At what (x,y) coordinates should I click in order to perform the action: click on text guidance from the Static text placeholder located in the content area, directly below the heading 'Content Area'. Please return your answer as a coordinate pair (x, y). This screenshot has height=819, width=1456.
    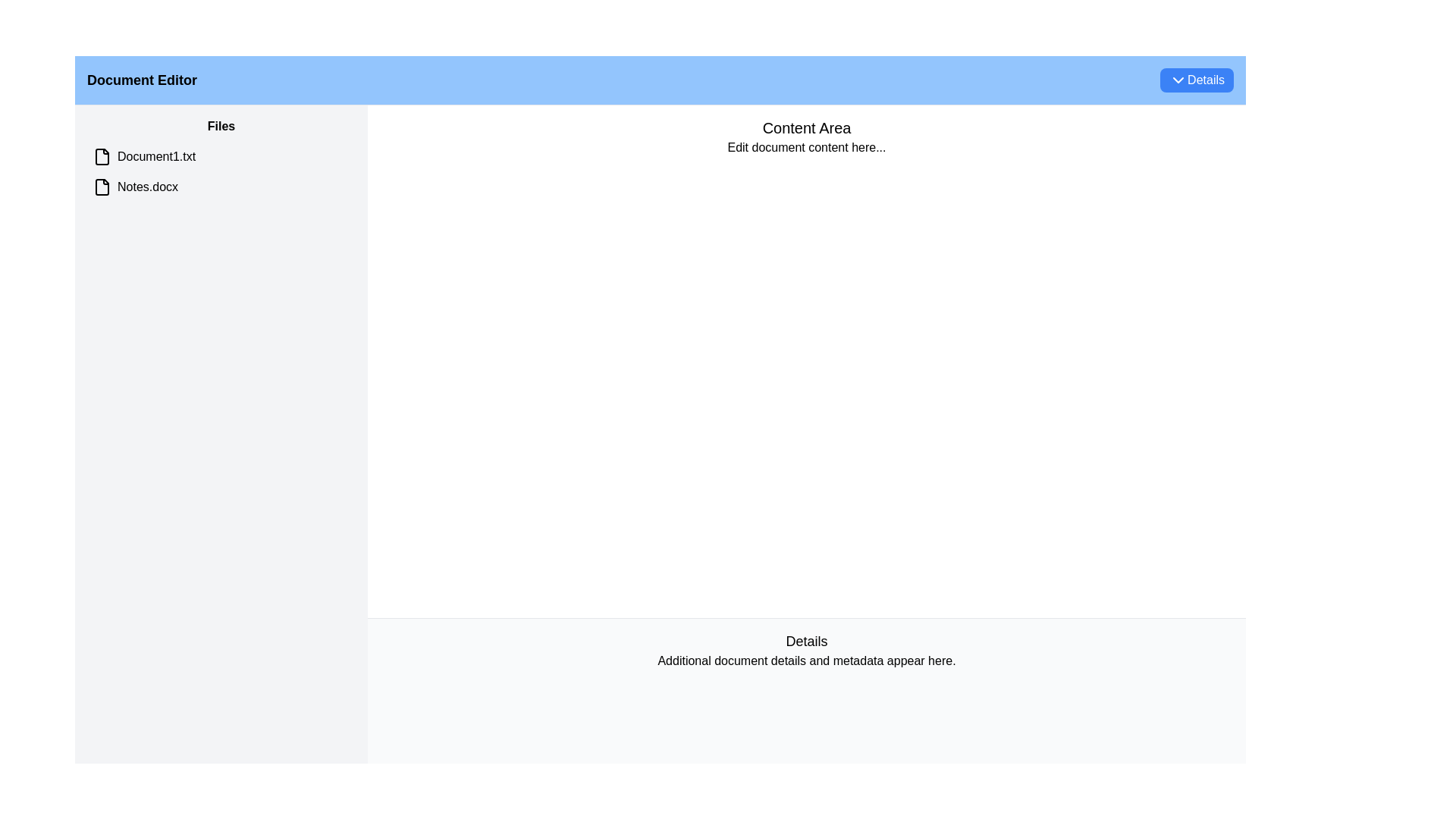
    Looking at the image, I should click on (806, 148).